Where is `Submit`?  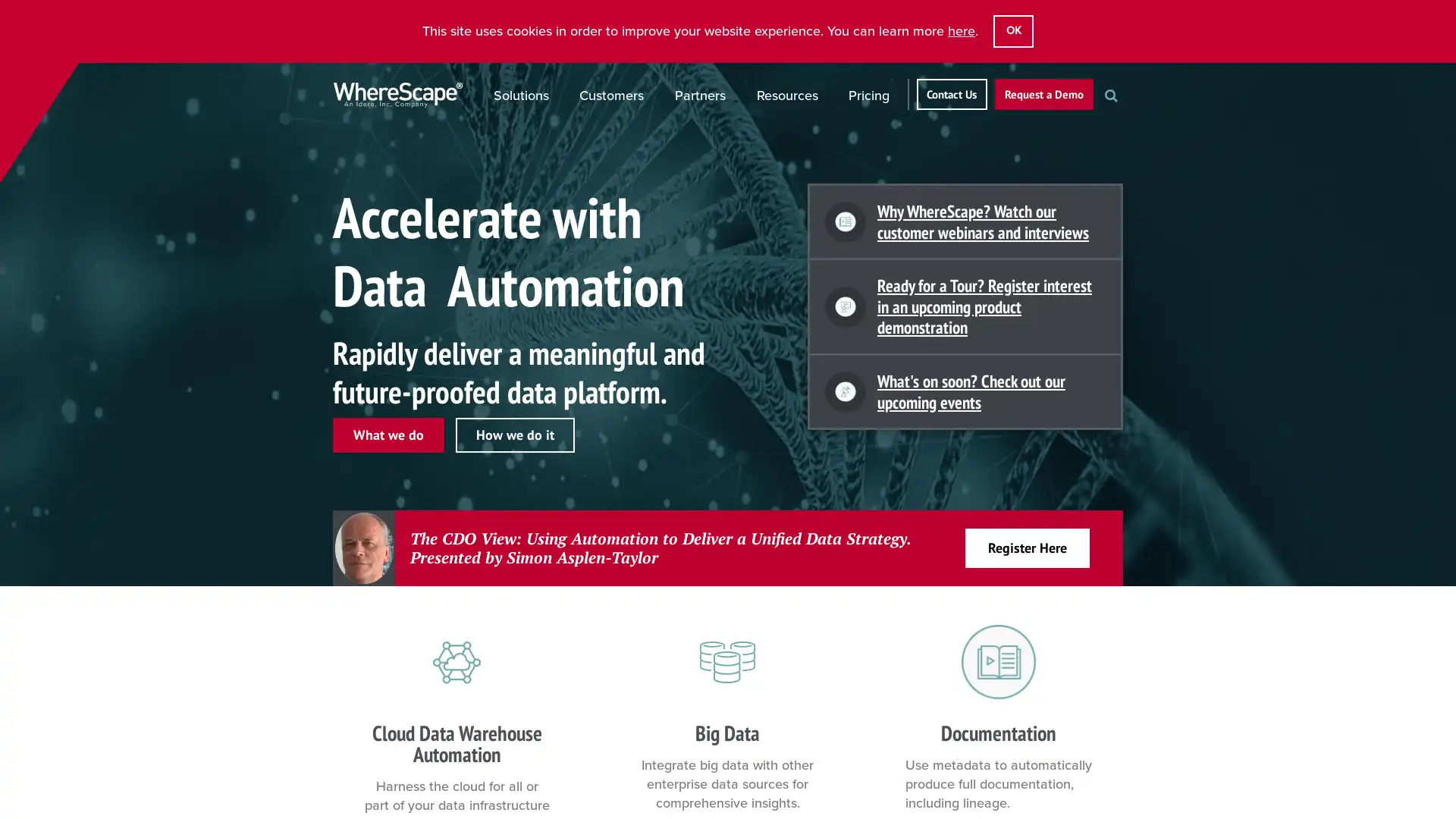 Submit is located at coordinates (1127, 120).